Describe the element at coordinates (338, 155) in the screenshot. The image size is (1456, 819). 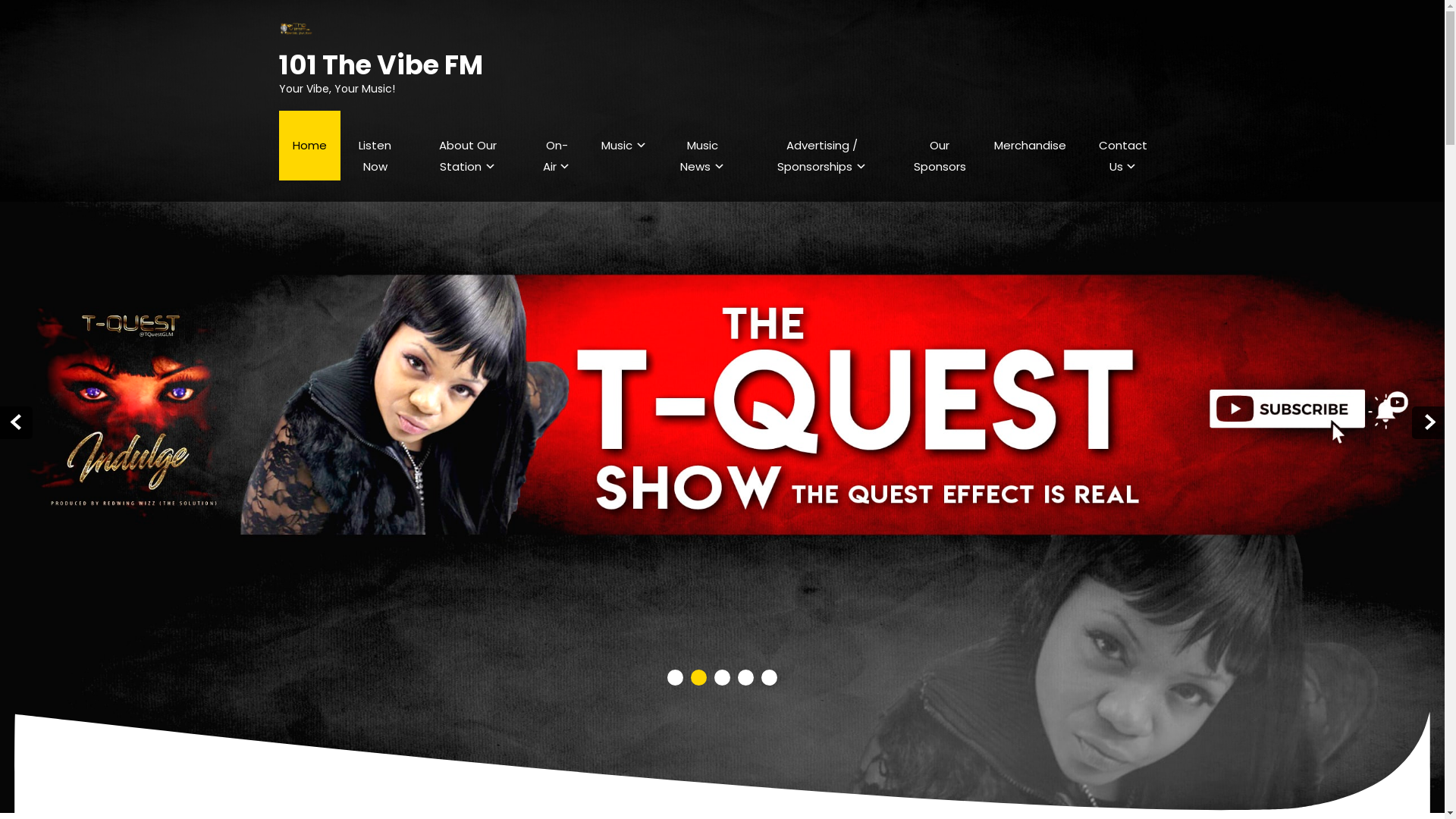
I see `'Listen Now'` at that location.